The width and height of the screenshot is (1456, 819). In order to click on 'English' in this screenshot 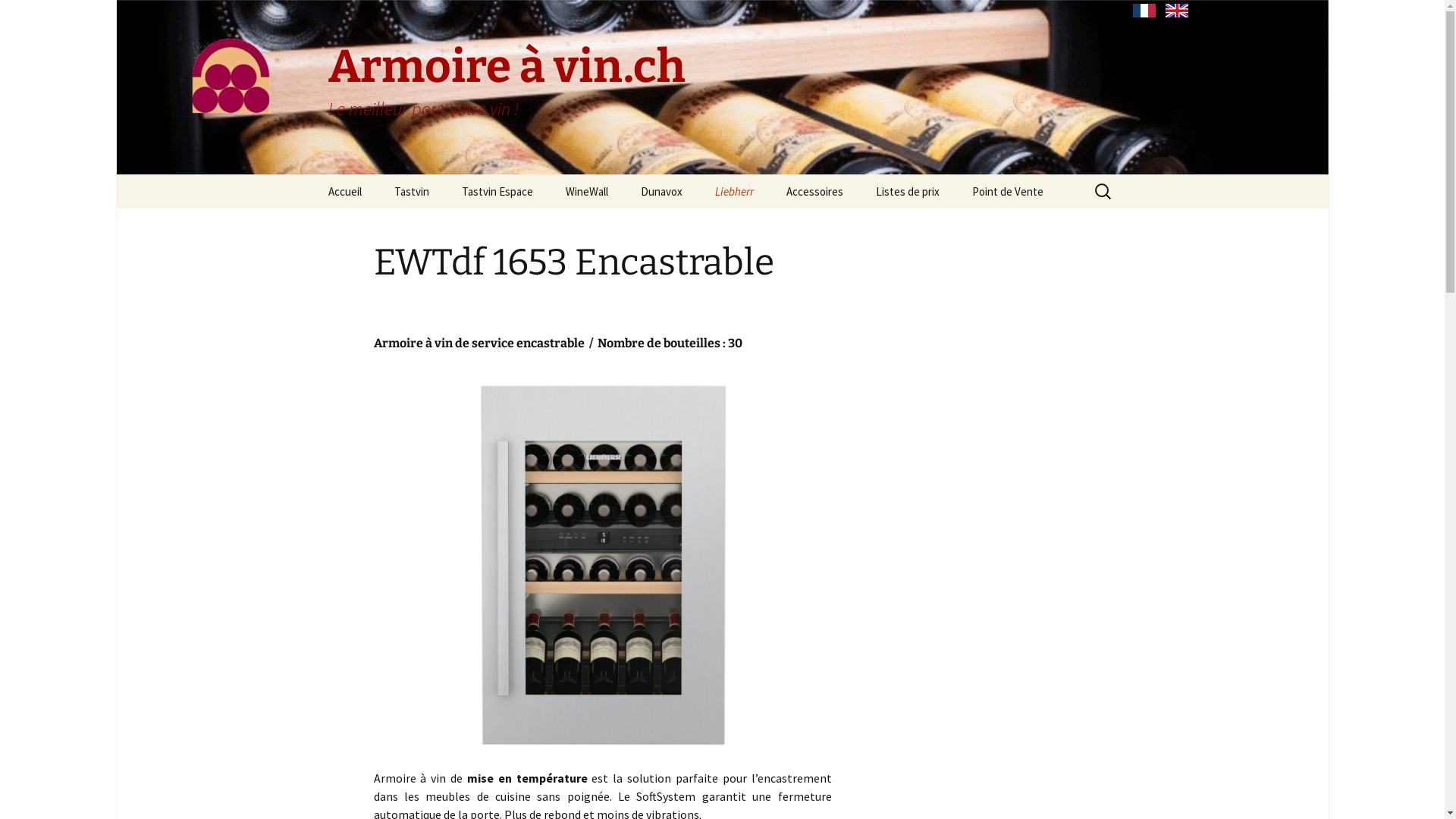, I will do `click(1164, 11)`.